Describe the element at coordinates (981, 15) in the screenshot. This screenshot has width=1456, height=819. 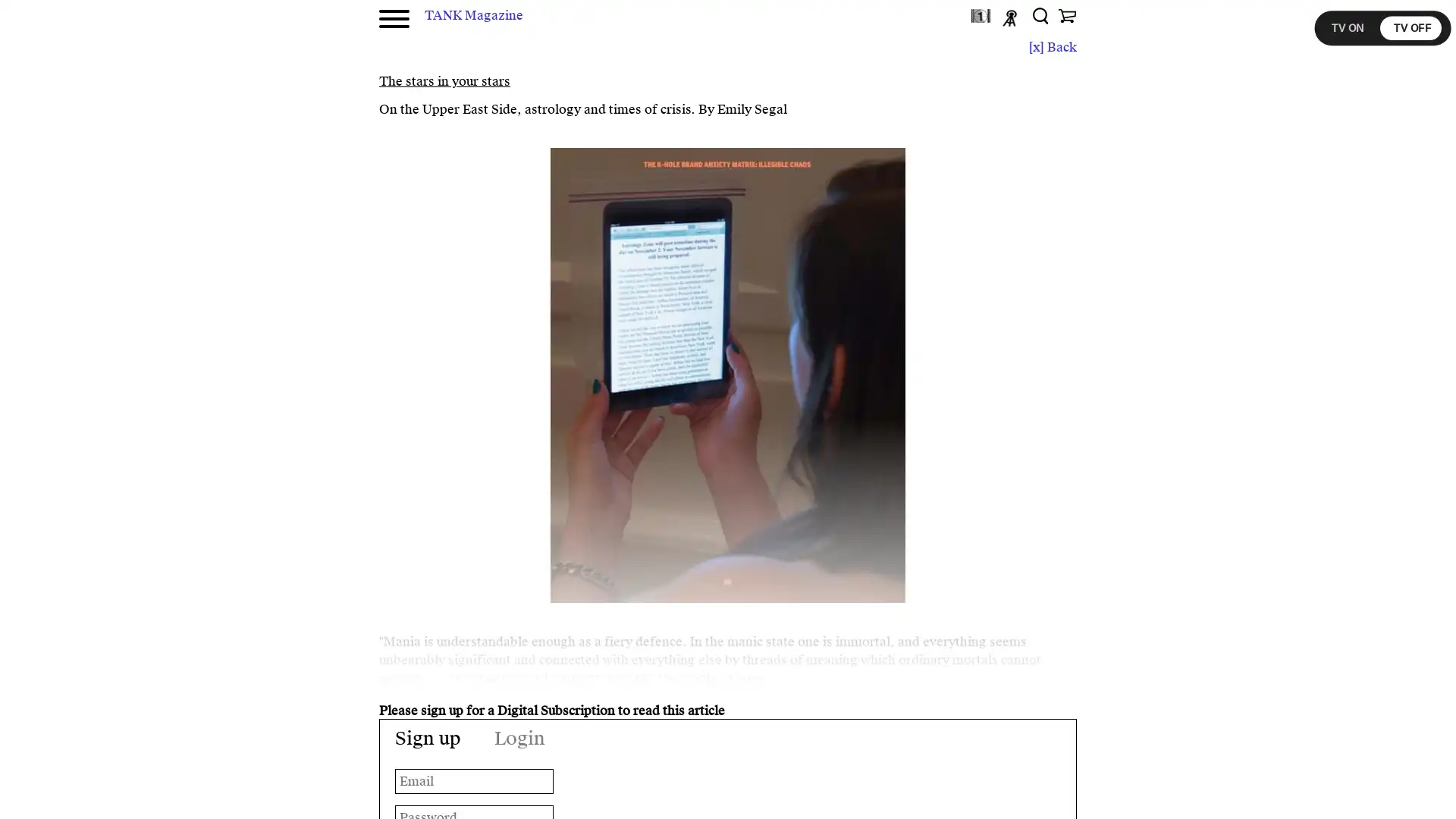
I see `TANKtv` at that location.